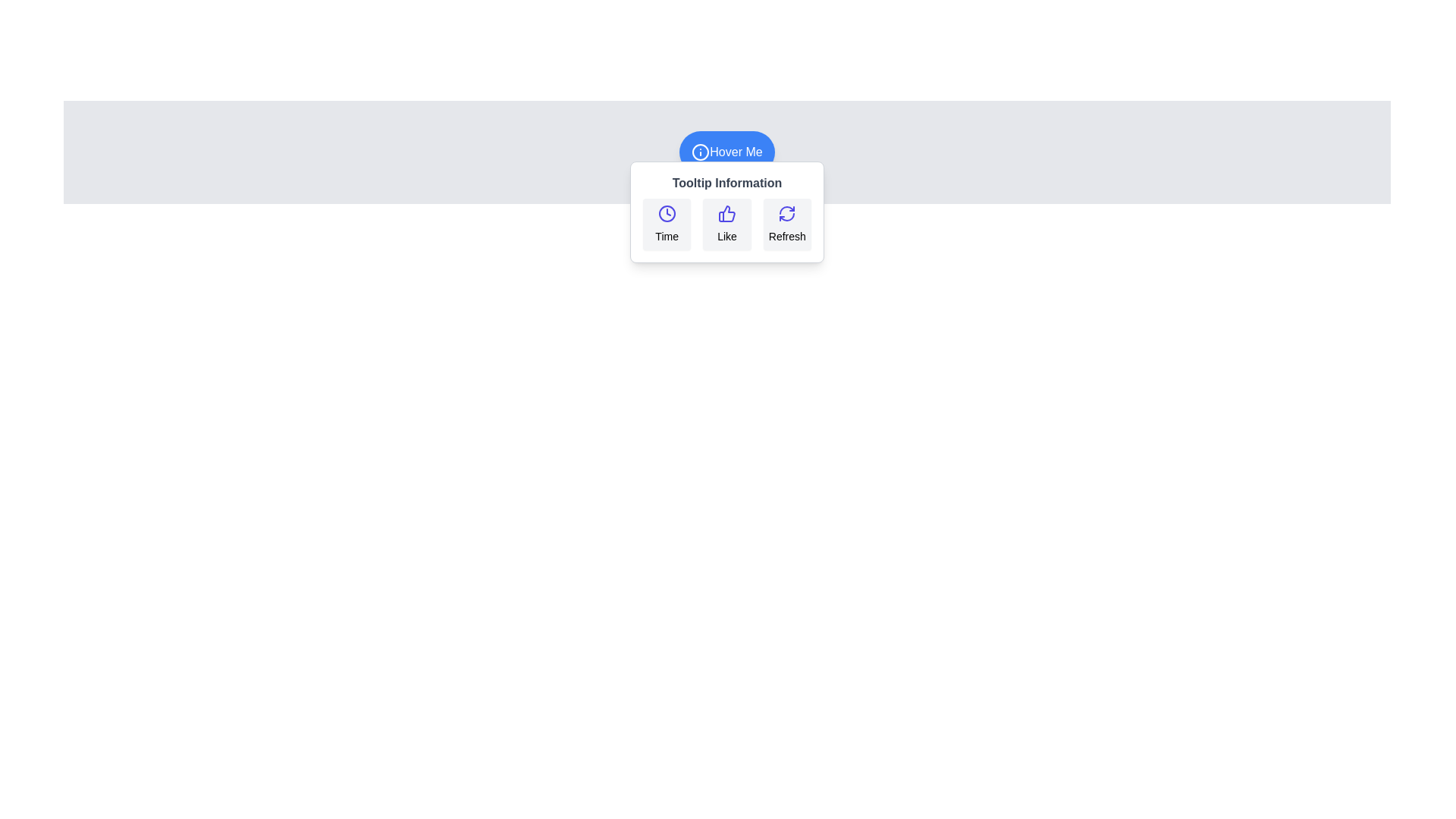 The height and width of the screenshot is (819, 1456). I want to click on the 'Like' endorsement action element, which is the second segment in the grid labeled 'Tooltip Information', so click(726, 224).